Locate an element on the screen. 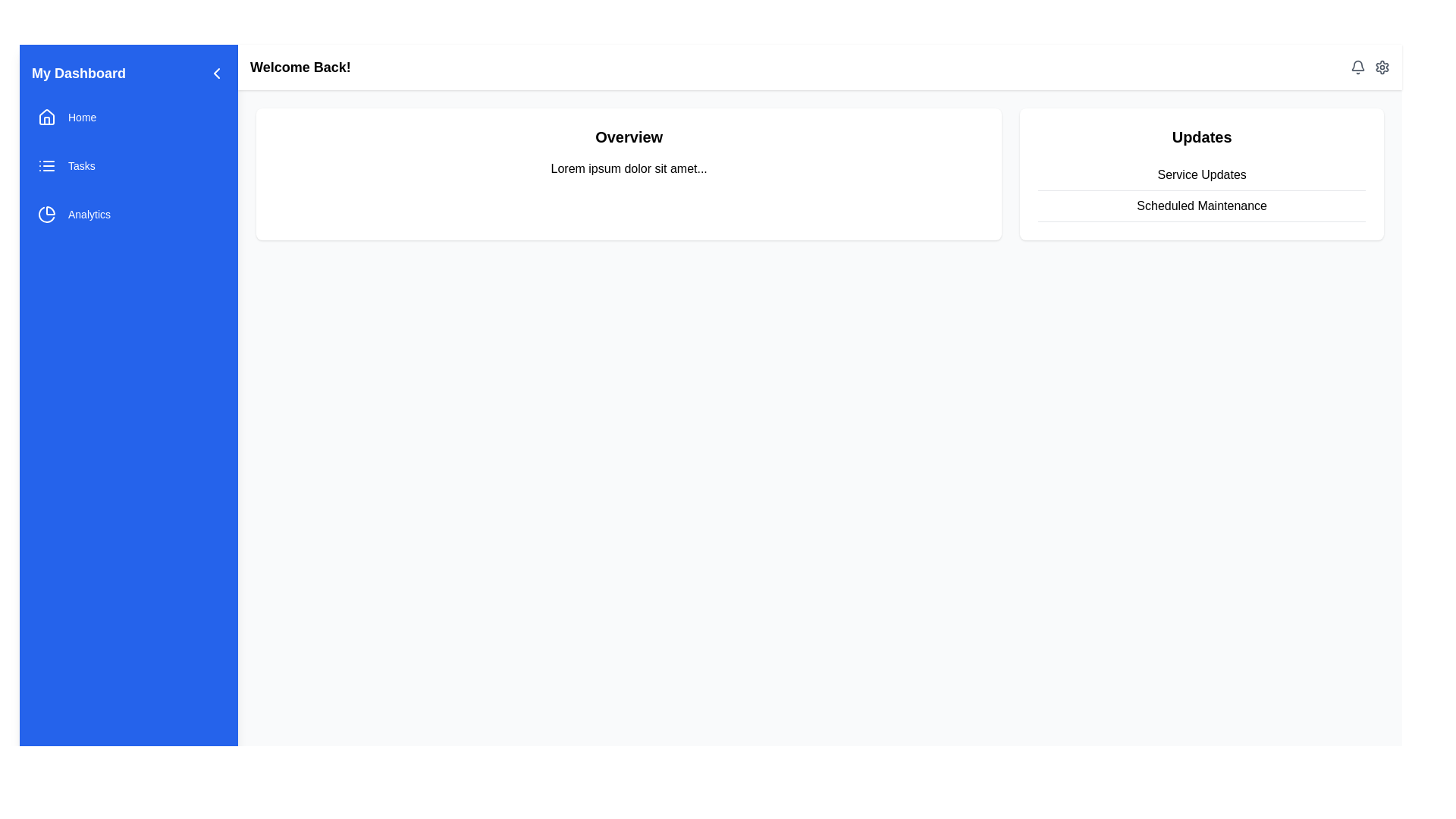 The height and width of the screenshot is (819, 1456). the bell icon in the notification and settings control located at the top right corner of the header section is located at coordinates (1370, 66).